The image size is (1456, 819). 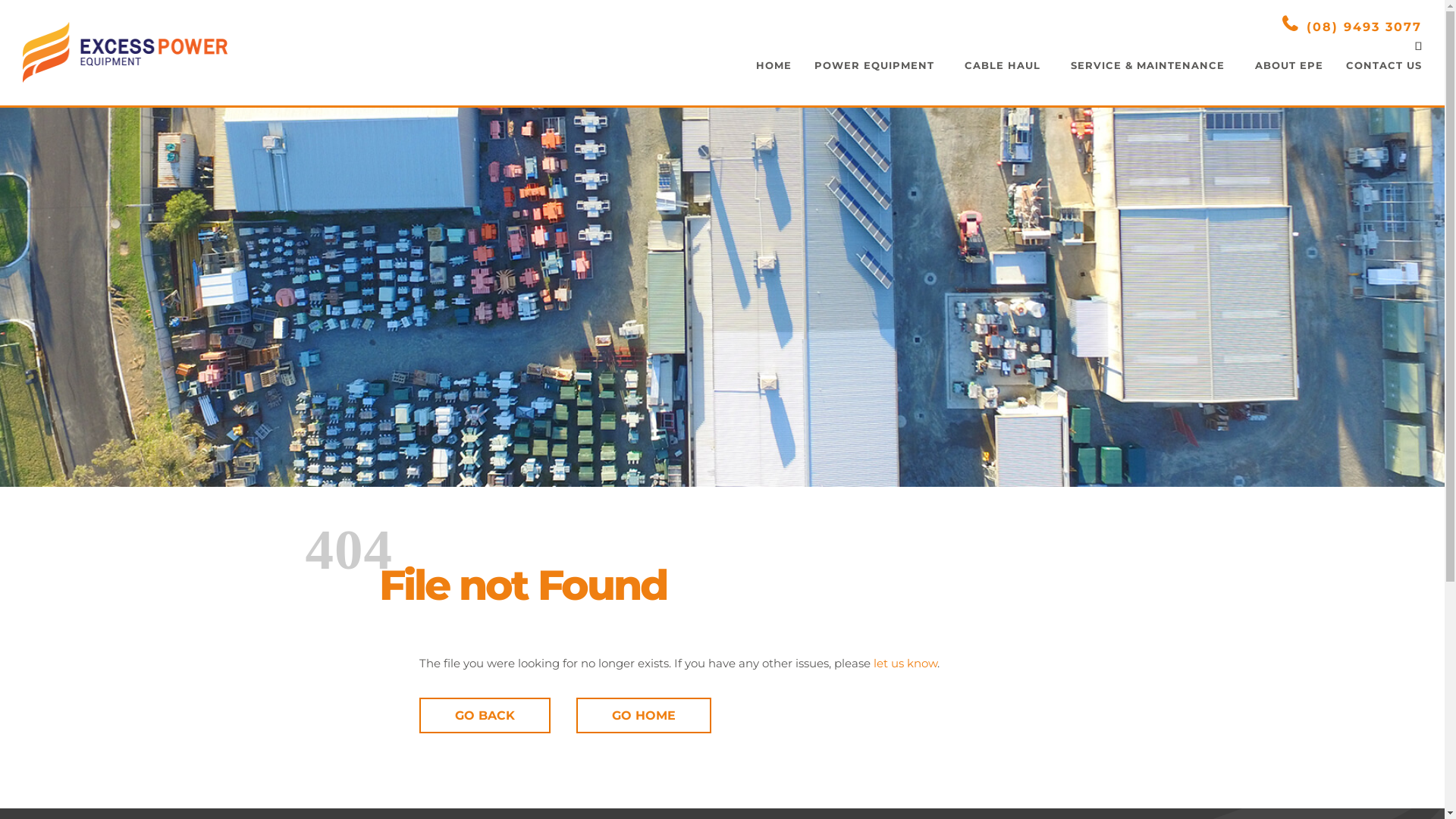 I want to click on 'GO HOME', so click(x=644, y=715).